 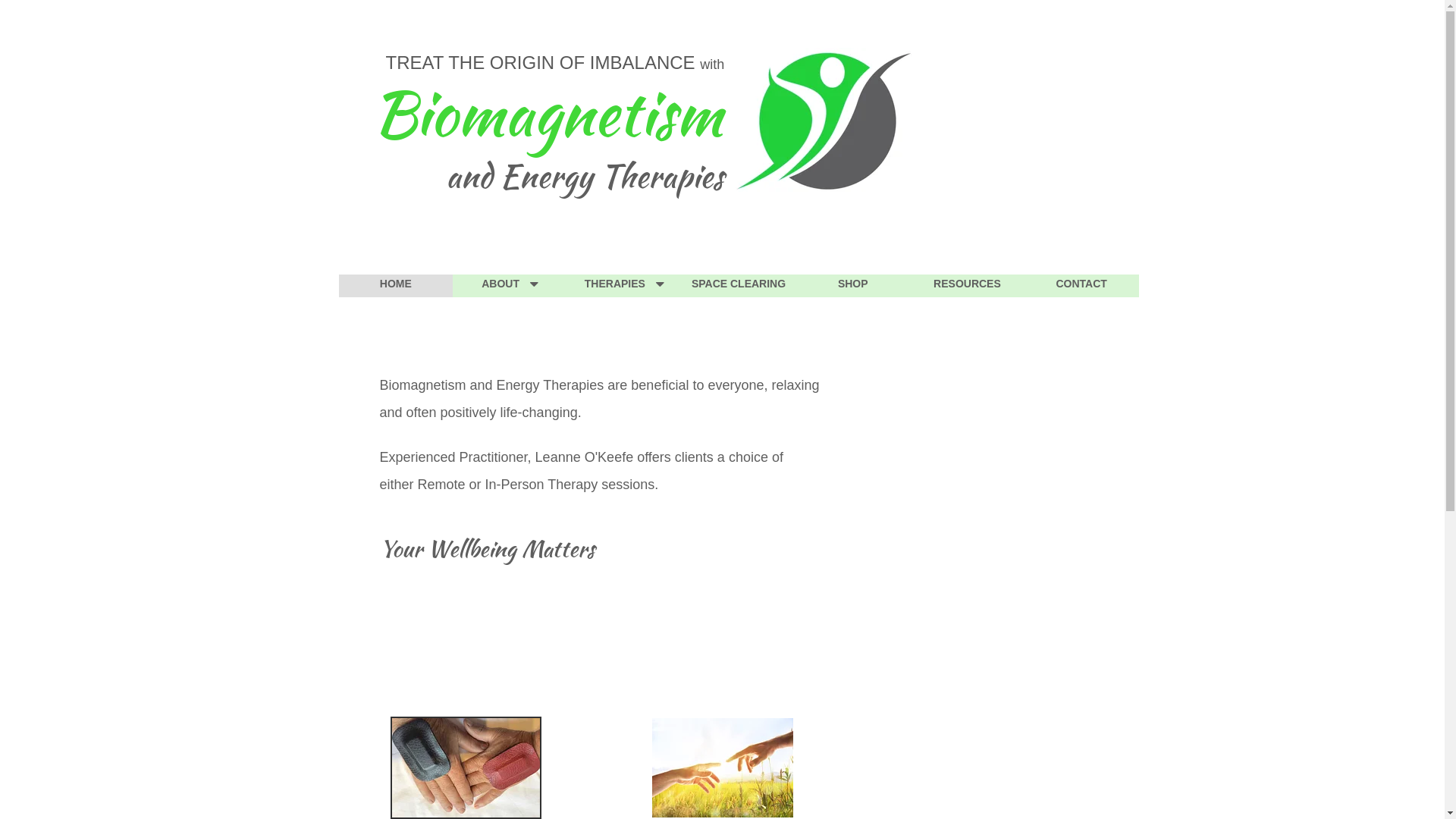 I want to click on 'ABOUT', so click(x=510, y=286).